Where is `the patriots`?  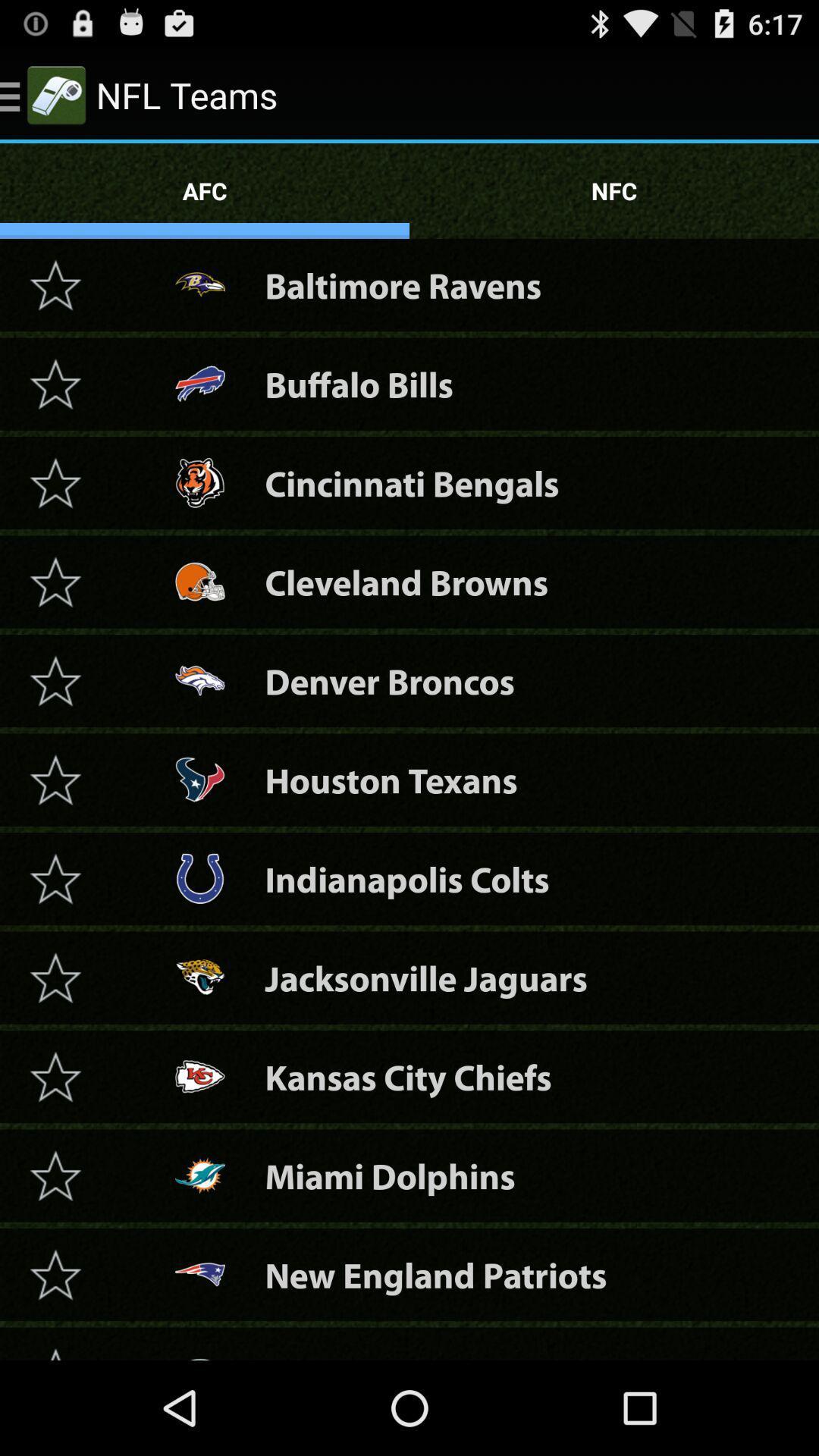
the patriots is located at coordinates (55, 1274).